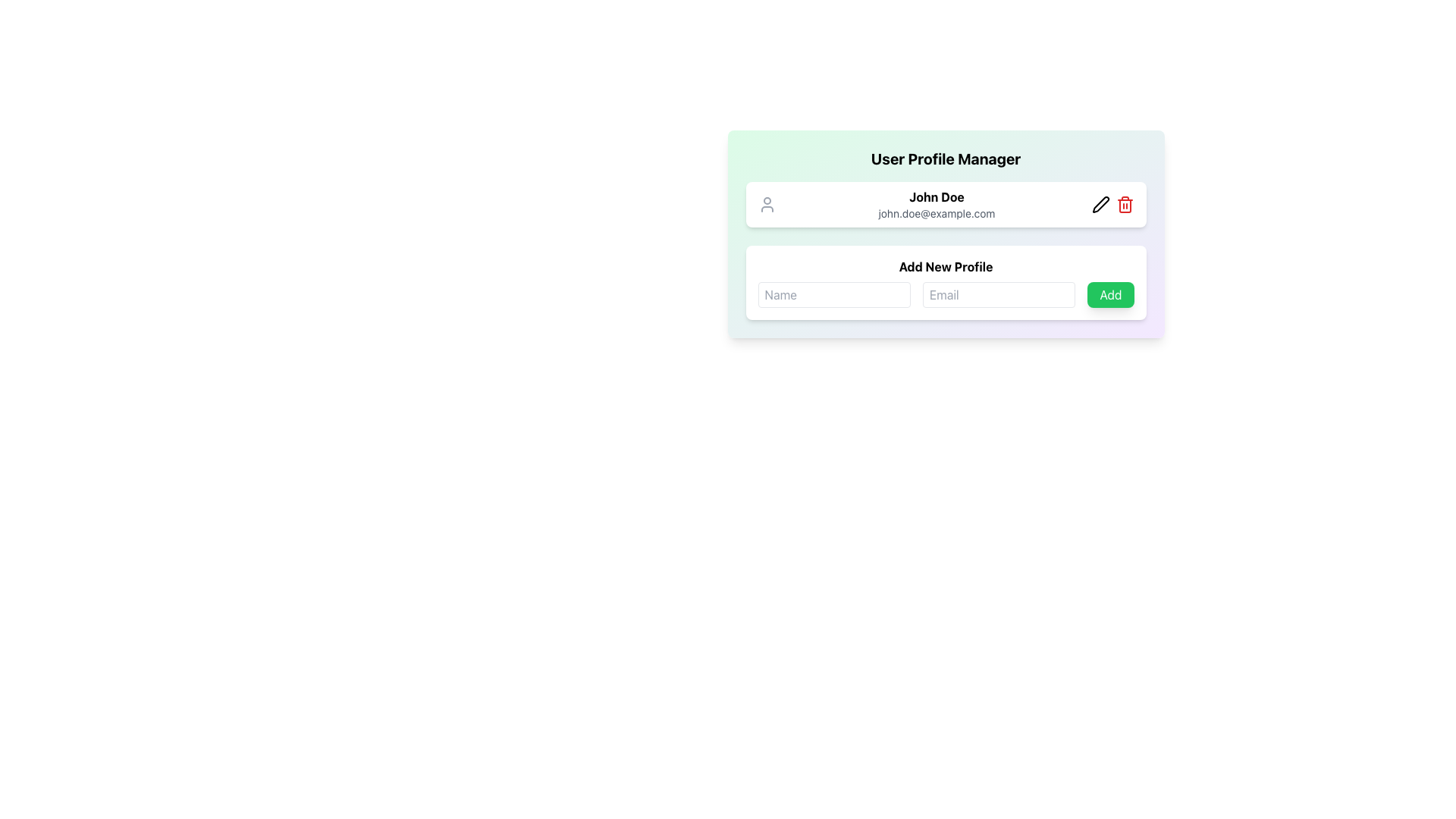  What do you see at coordinates (1125, 205) in the screenshot?
I see `the red trash can icon button located at the top-right corner of John Doe's profile card` at bounding box center [1125, 205].